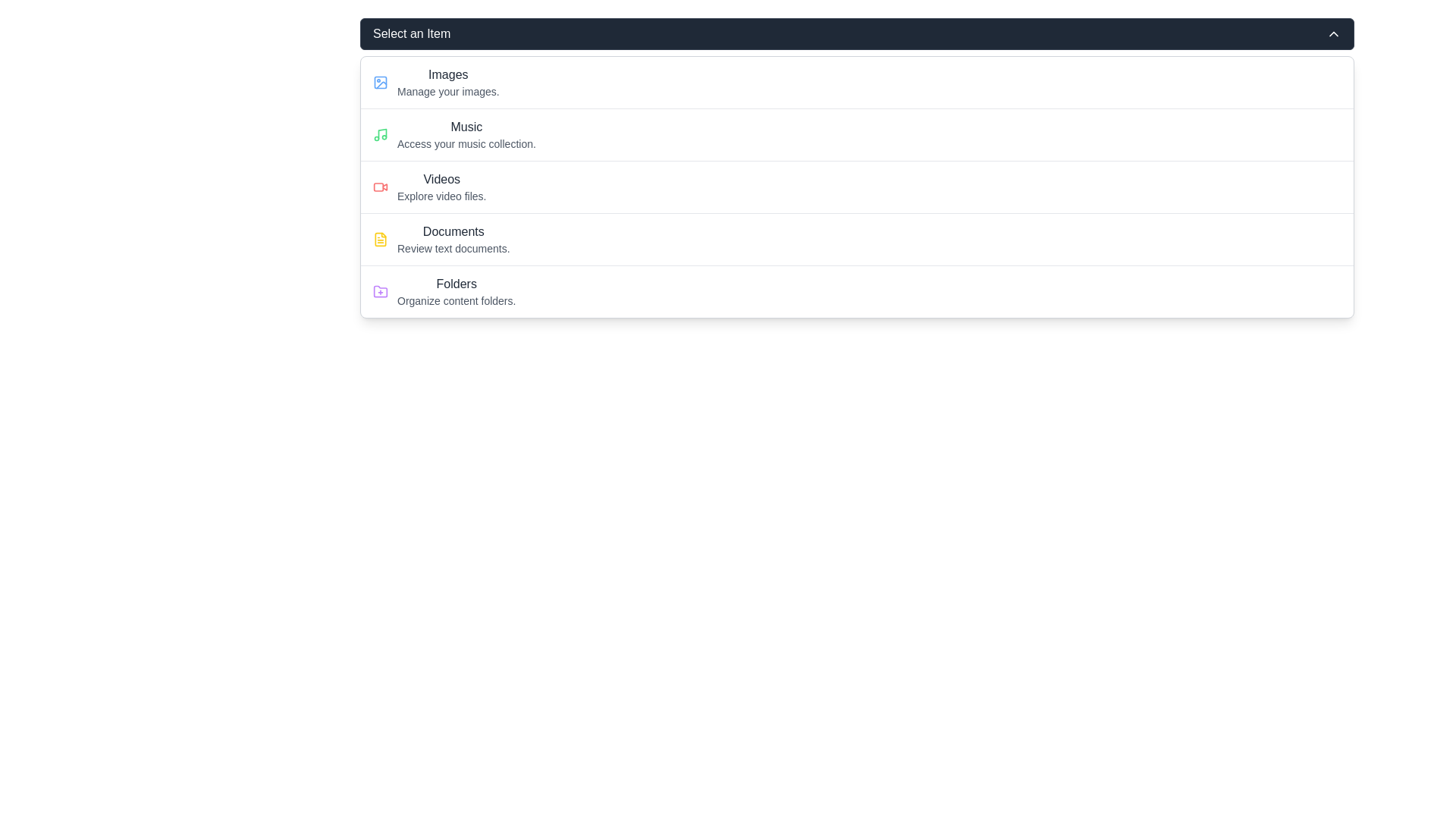  Describe the element at coordinates (447, 91) in the screenshot. I see `the descriptive text element that reads 'Manage your images.' located beneath the bold 'Images' header in the dropdown menu` at that location.